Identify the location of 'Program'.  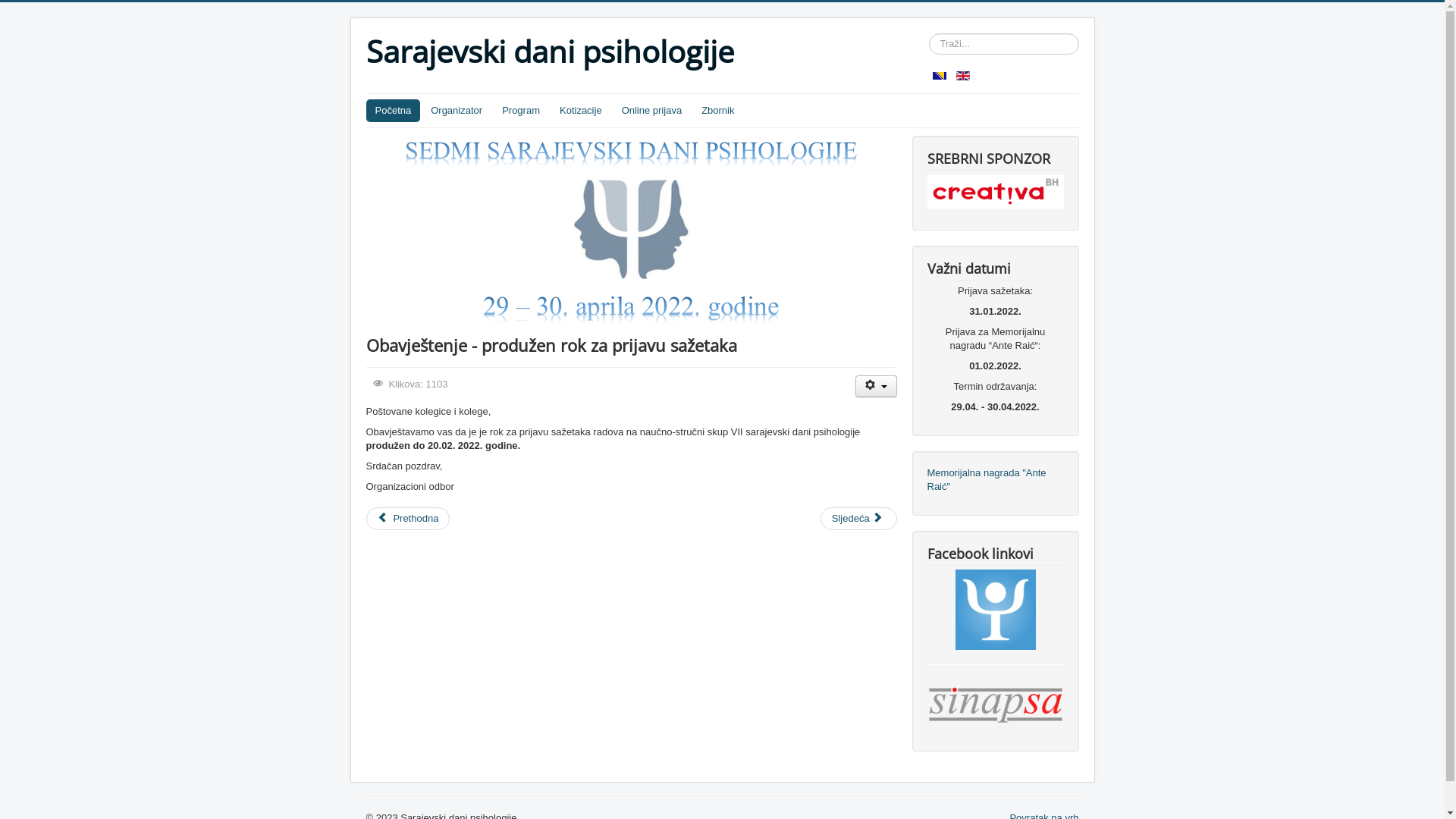
(520, 110).